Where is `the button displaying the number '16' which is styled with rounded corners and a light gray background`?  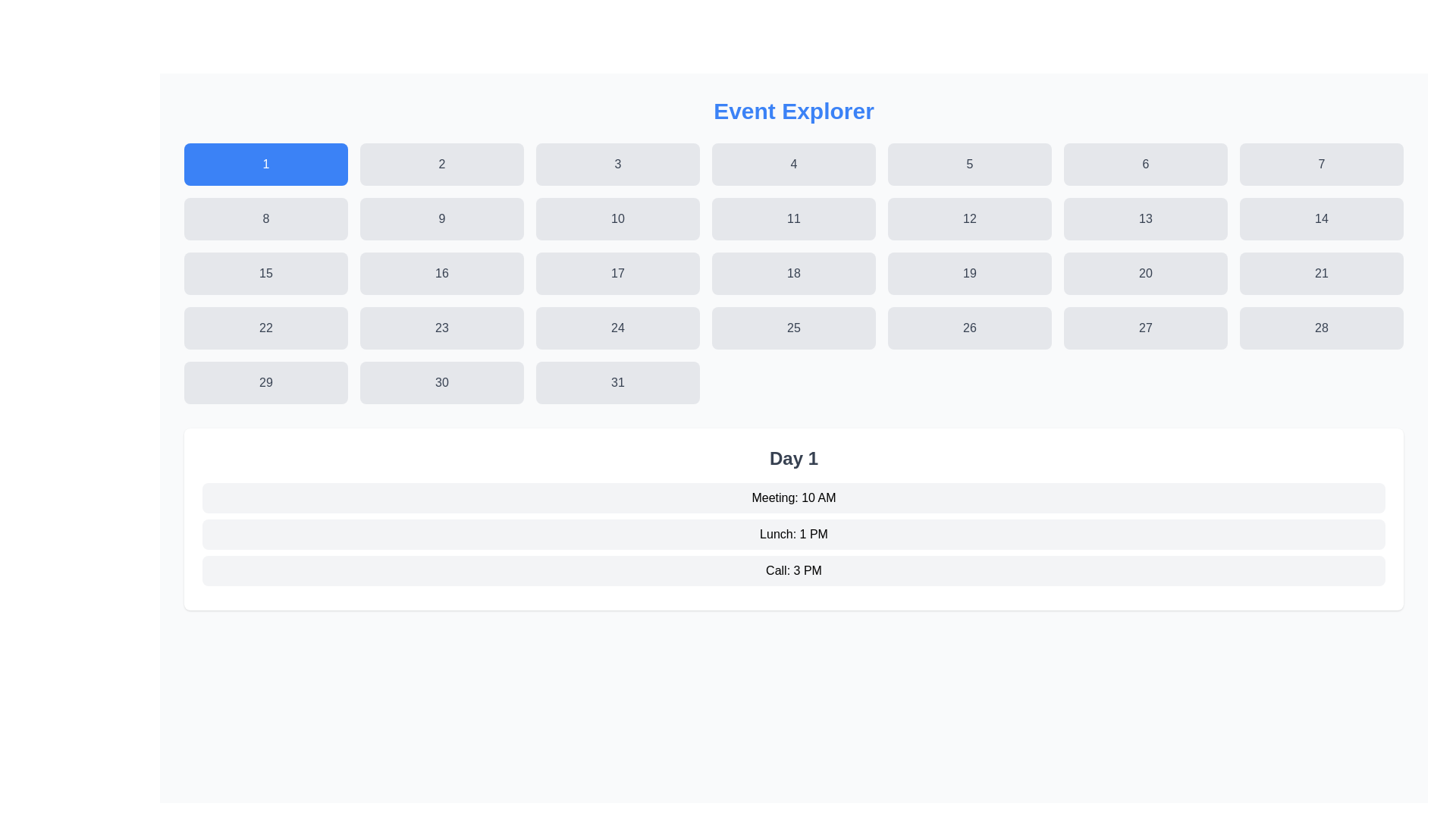
the button displaying the number '16' which is styled with rounded corners and a light gray background is located at coordinates (441, 274).